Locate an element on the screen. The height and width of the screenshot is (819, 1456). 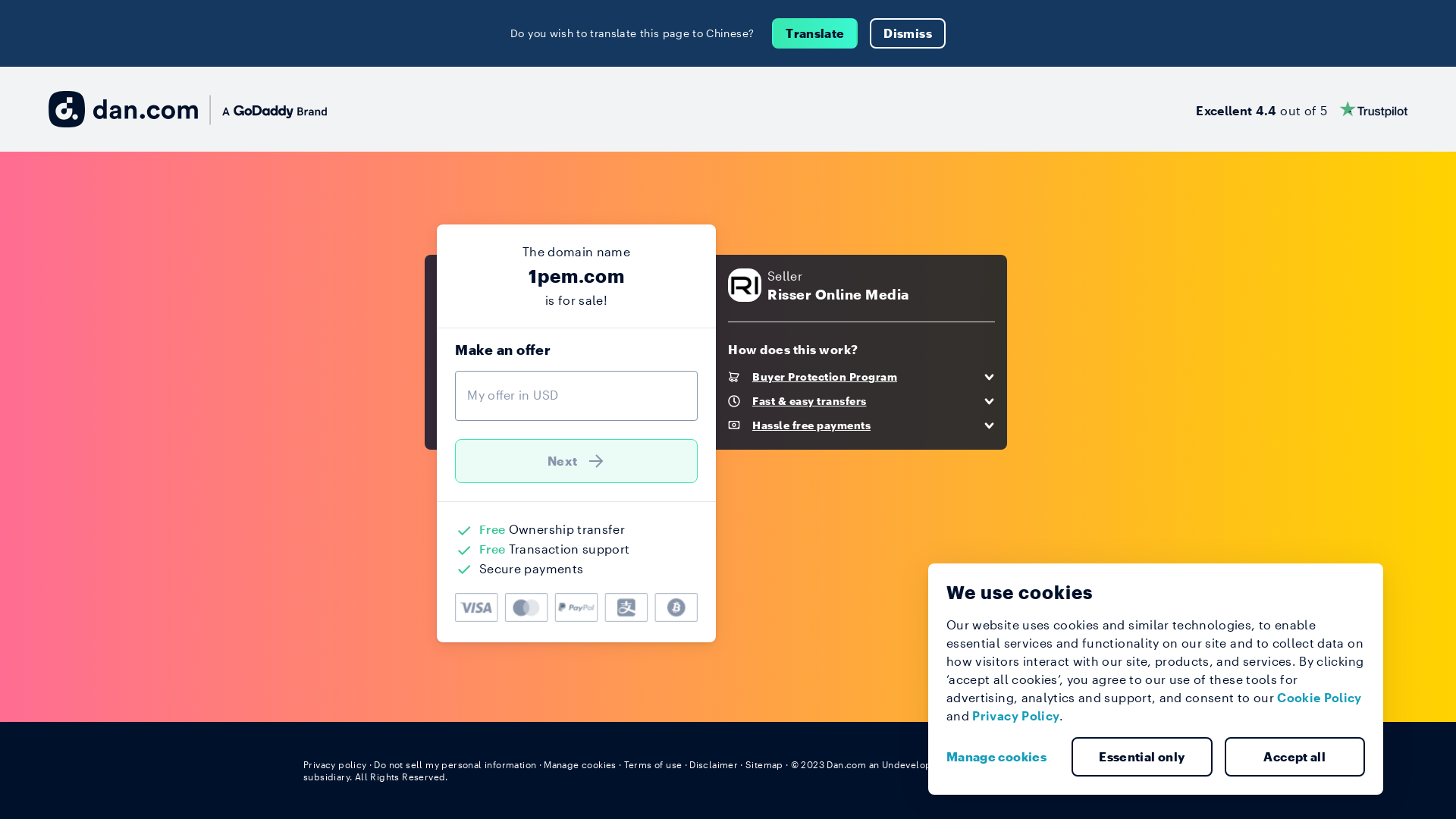
'Accept all' is located at coordinates (1223, 757).